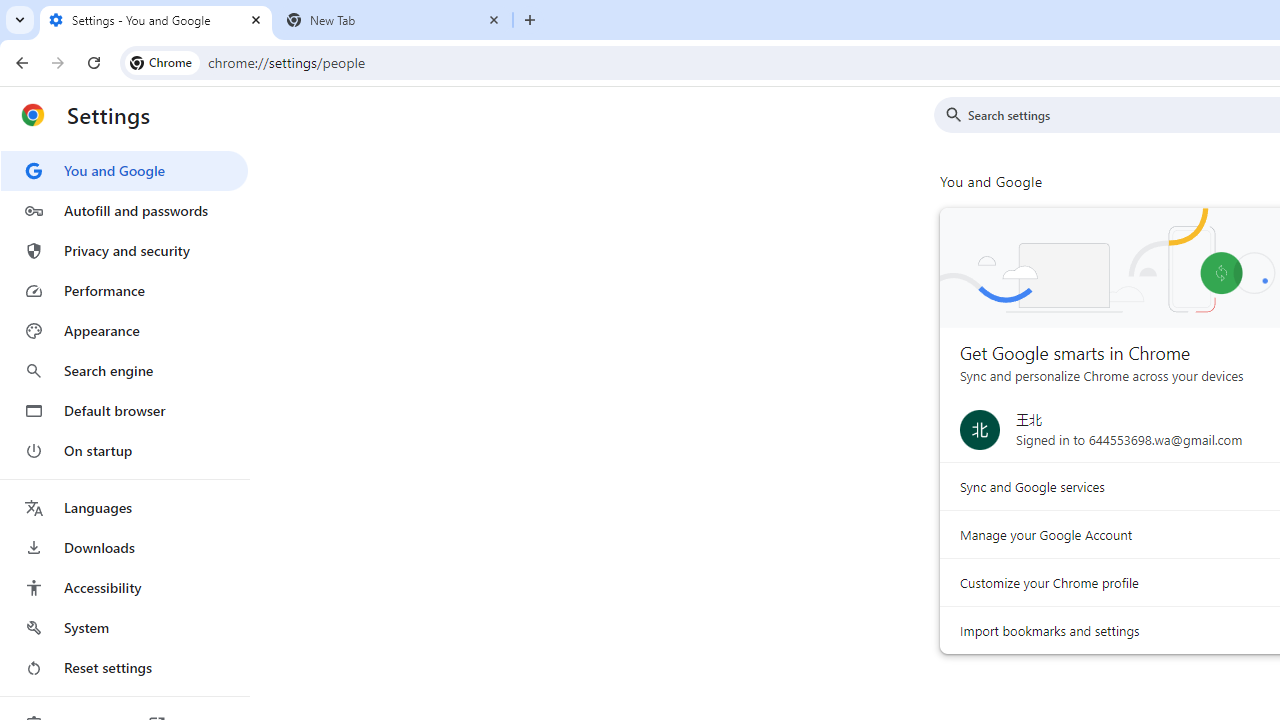  Describe the element at coordinates (123, 451) in the screenshot. I see `'On startup'` at that location.